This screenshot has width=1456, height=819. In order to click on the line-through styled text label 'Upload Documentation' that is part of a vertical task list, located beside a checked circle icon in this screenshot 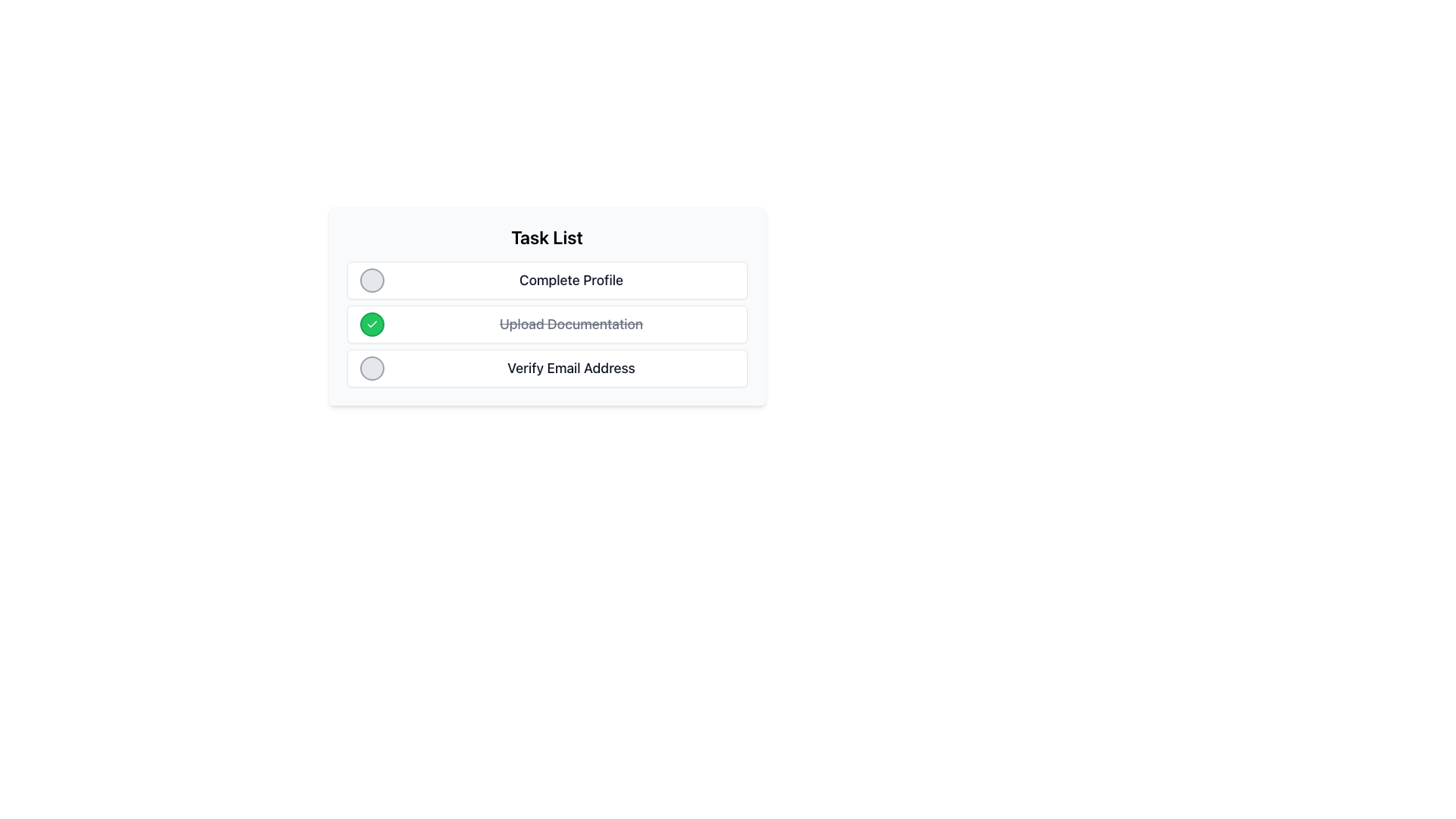, I will do `click(570, 324)`.